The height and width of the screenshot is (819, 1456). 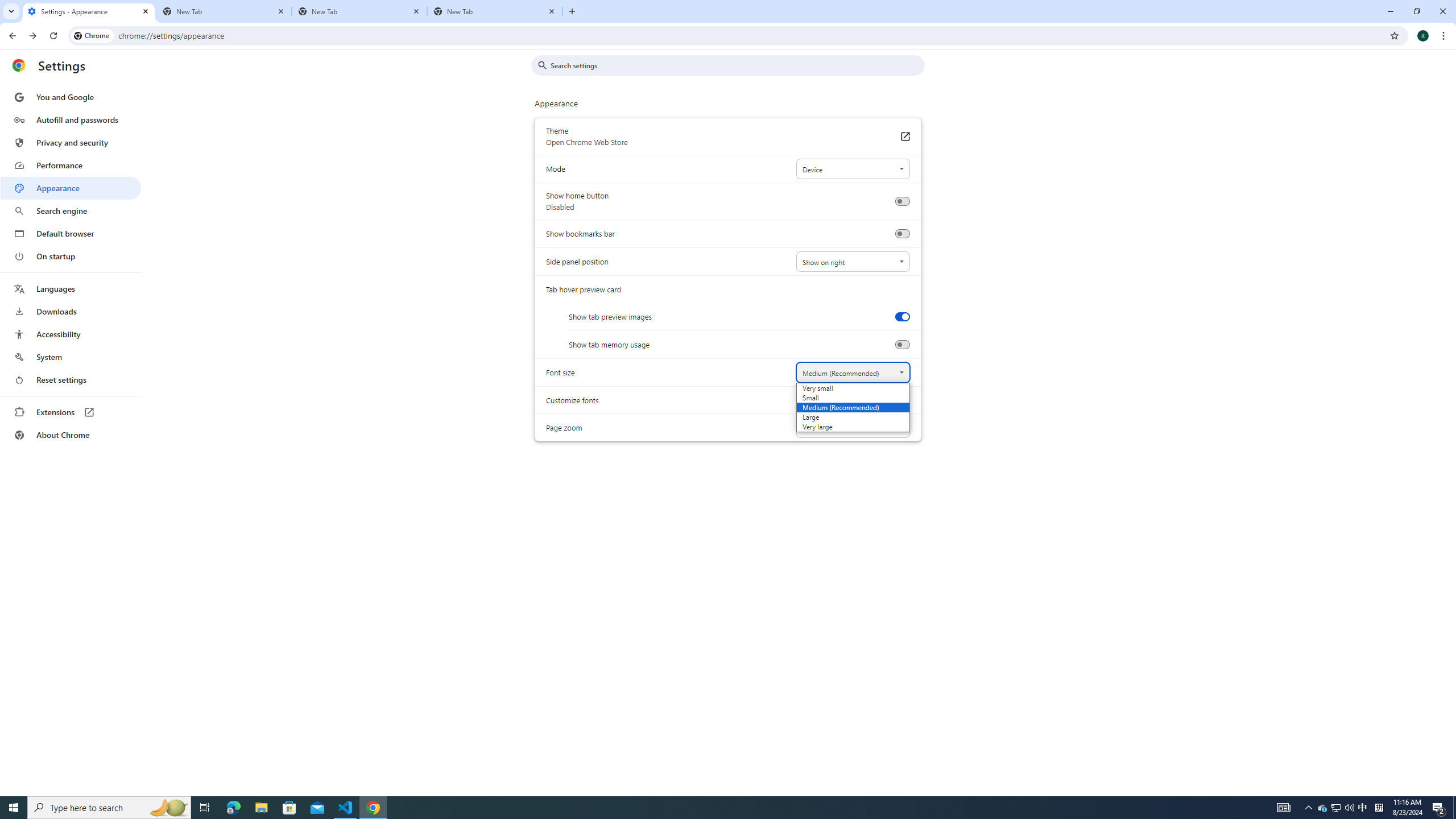 I want to click on 'Side panel position', so click(x=851, y=261).